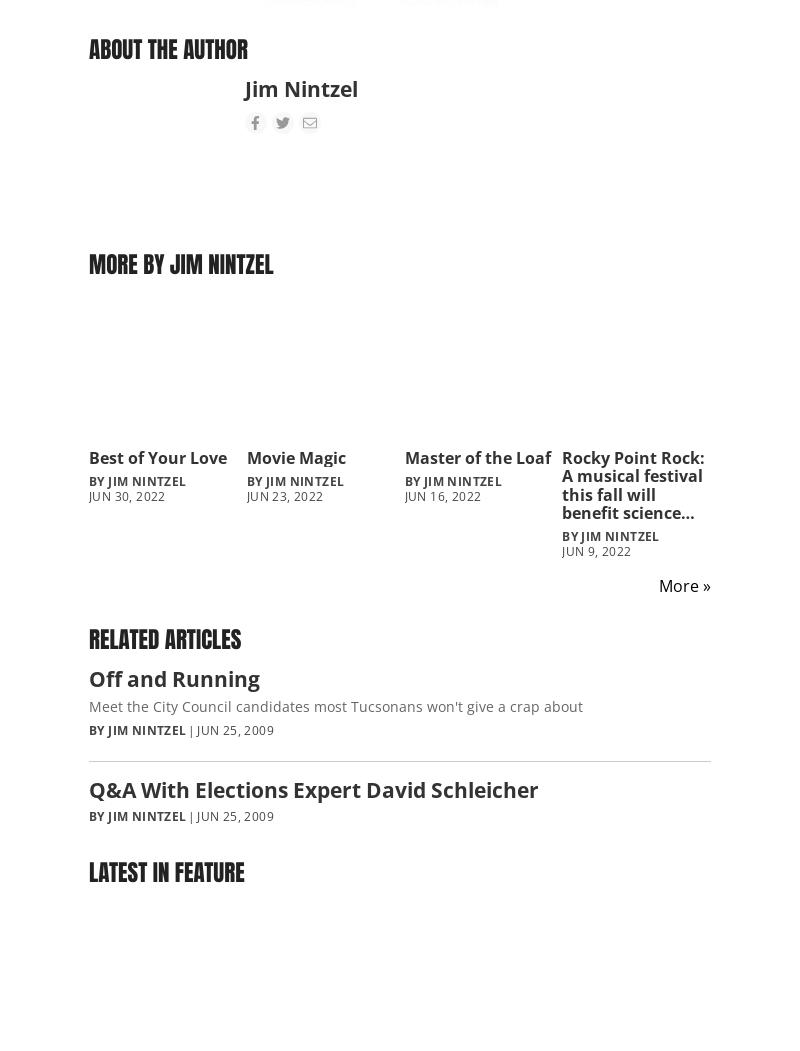 The height and width of the screenshot is (1051, 800). I want to click on 'Jim Nintzel', so click(243, 87).